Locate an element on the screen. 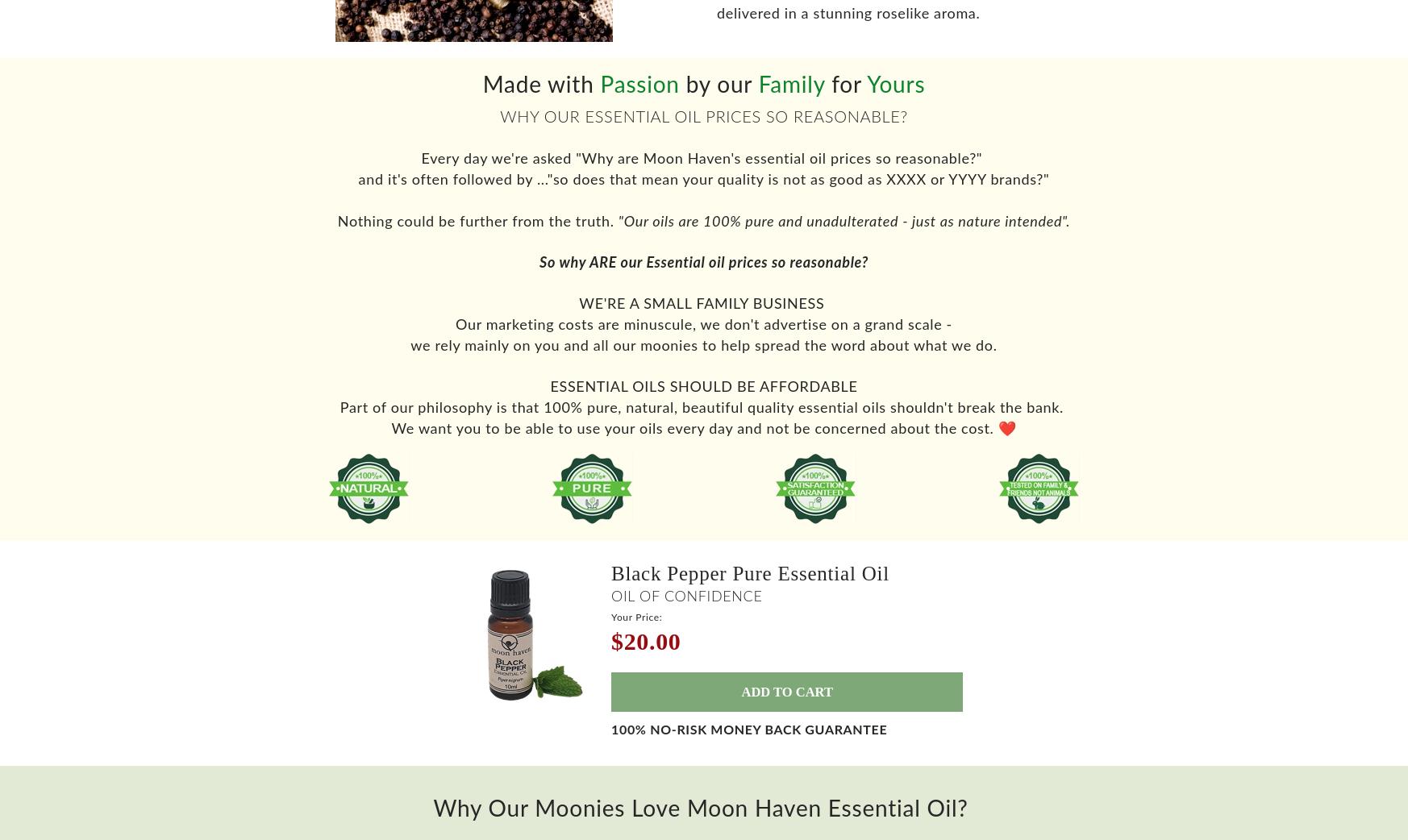  'Moon Haven Essential Oil?' is located at coordinates (827, 821).